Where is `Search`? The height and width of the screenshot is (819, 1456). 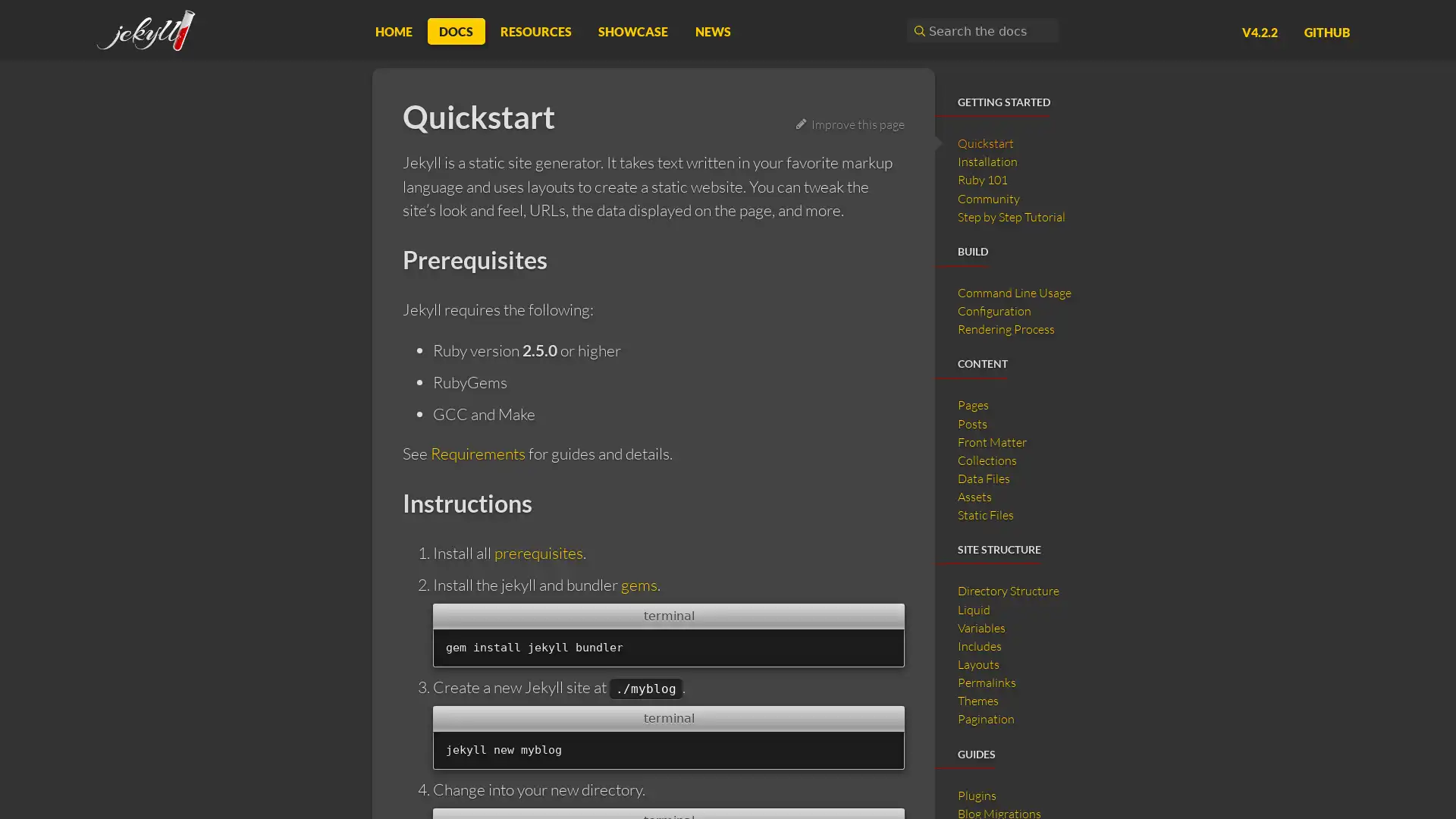 Search is located at coordinates (917, 30).